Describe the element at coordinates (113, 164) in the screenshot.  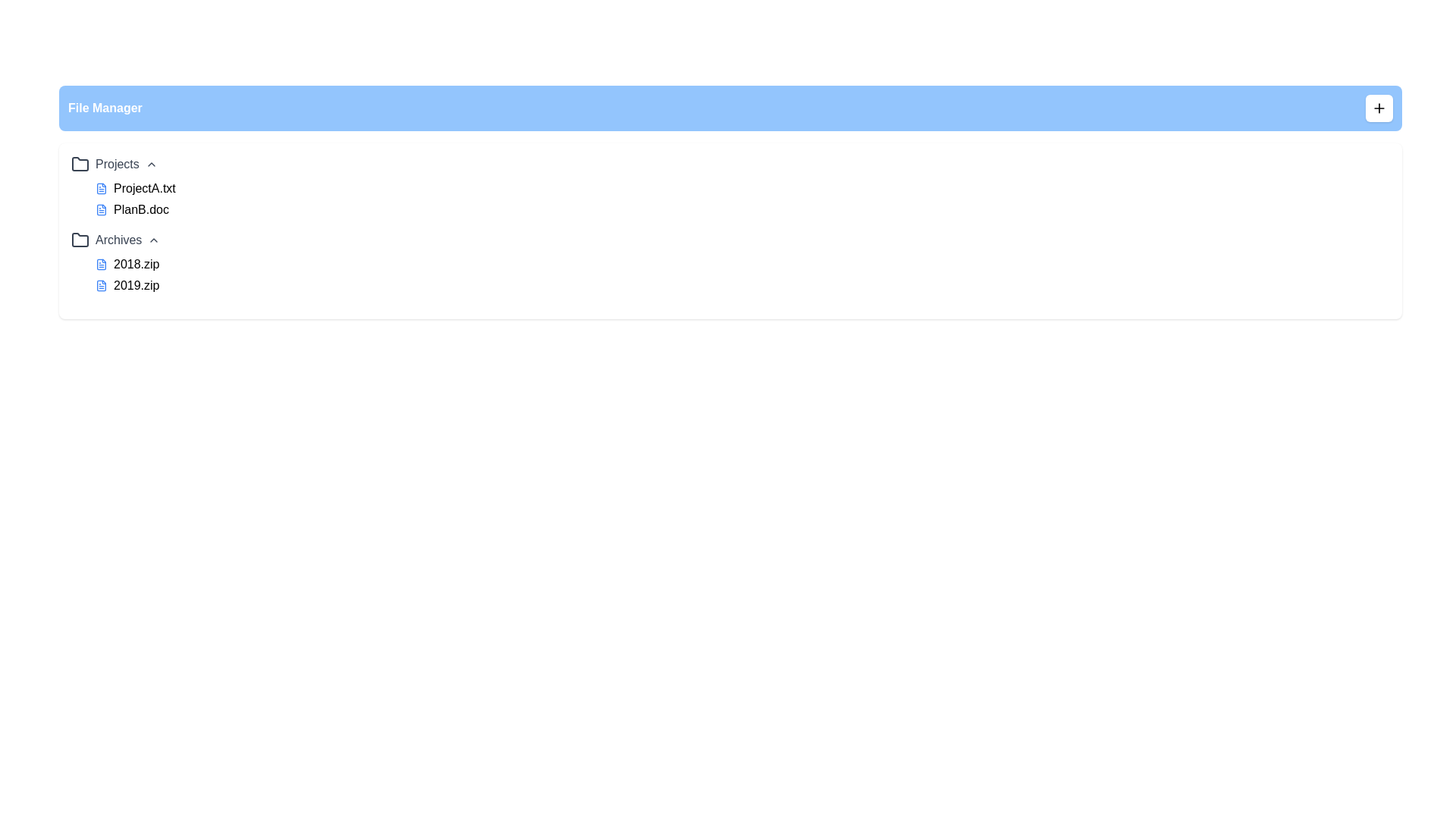
I see `the CollapsibleHeader element, which features a folder icon, the label 'Projects' in gray text, and a downward-pointing chevron arrow` at that location.